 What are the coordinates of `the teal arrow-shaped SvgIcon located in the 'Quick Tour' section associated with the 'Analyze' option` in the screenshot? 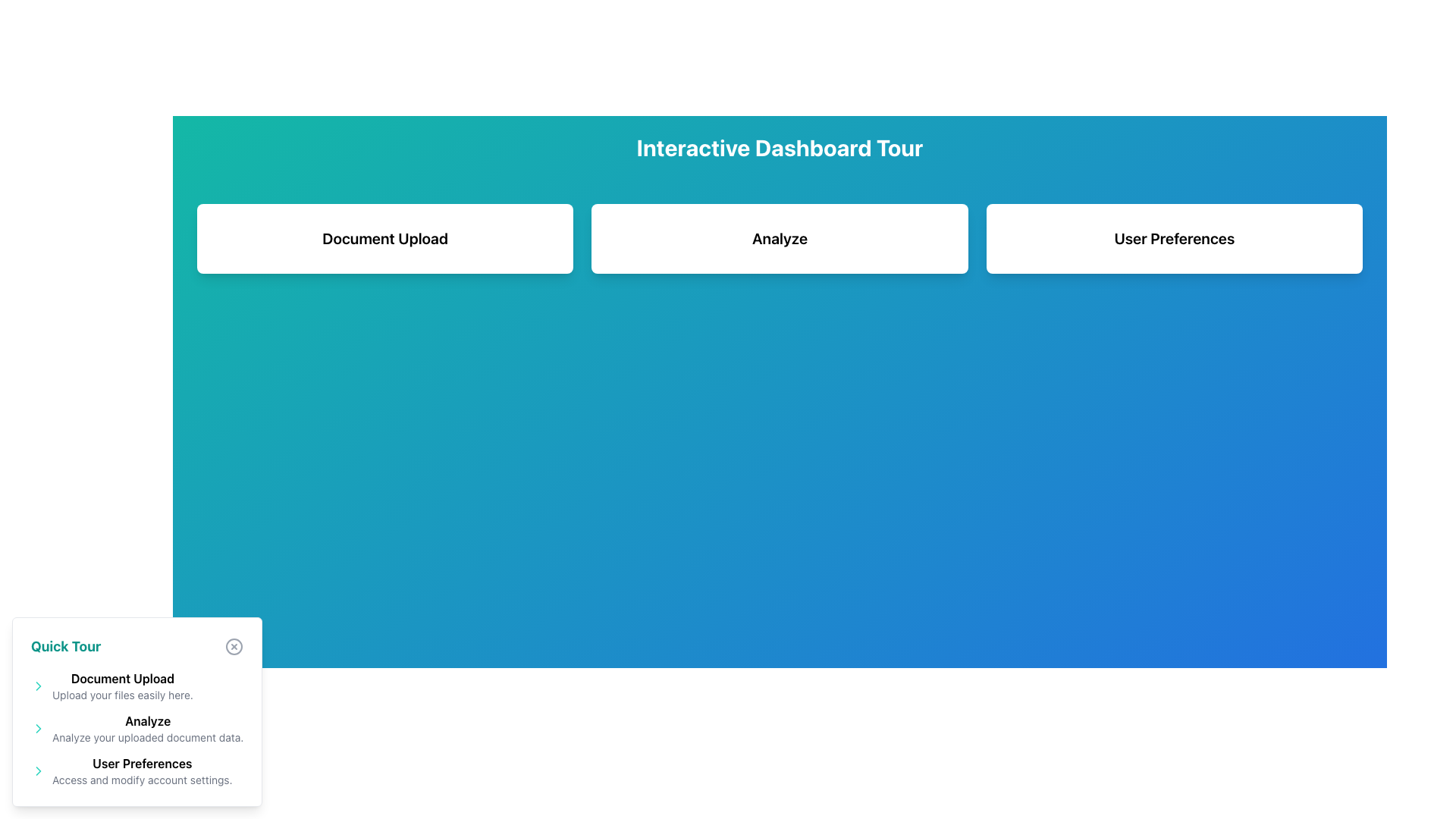 It's located at (39, 727).